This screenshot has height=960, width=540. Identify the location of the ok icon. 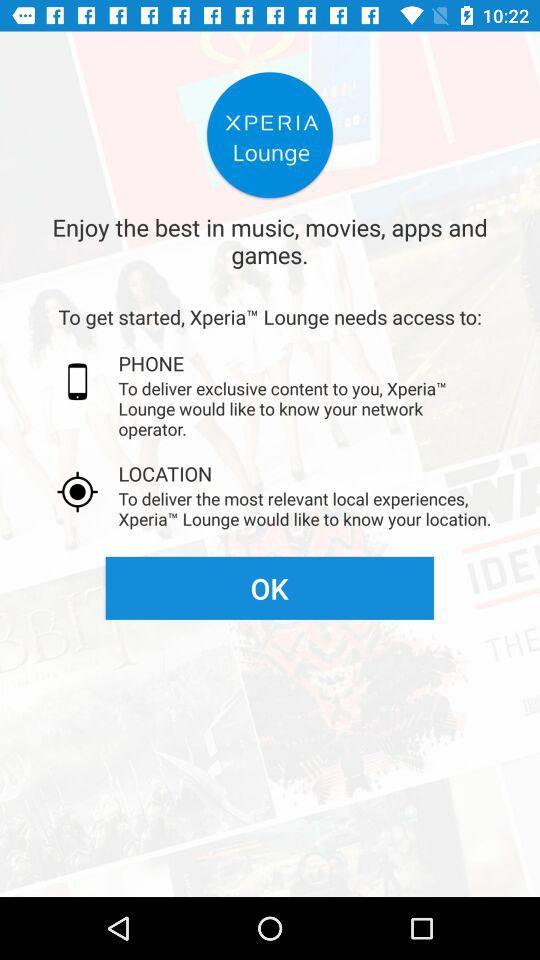
(269, 588).